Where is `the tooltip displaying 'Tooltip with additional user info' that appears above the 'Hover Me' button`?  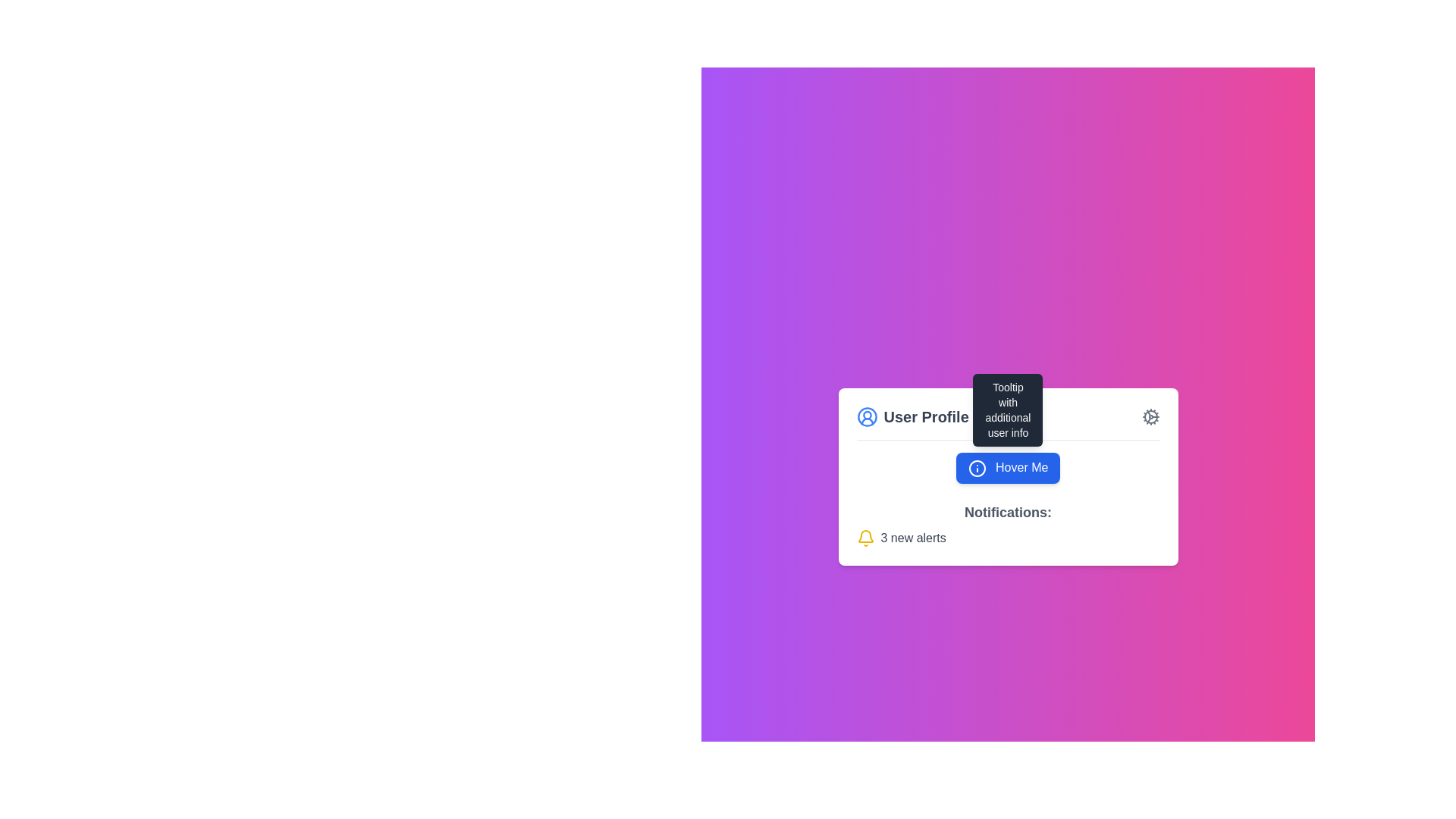
the tooltip displaying 'Tooltip with additional user info' that appears above the 'Hover Me' button is located at coordinates (1008, 410).